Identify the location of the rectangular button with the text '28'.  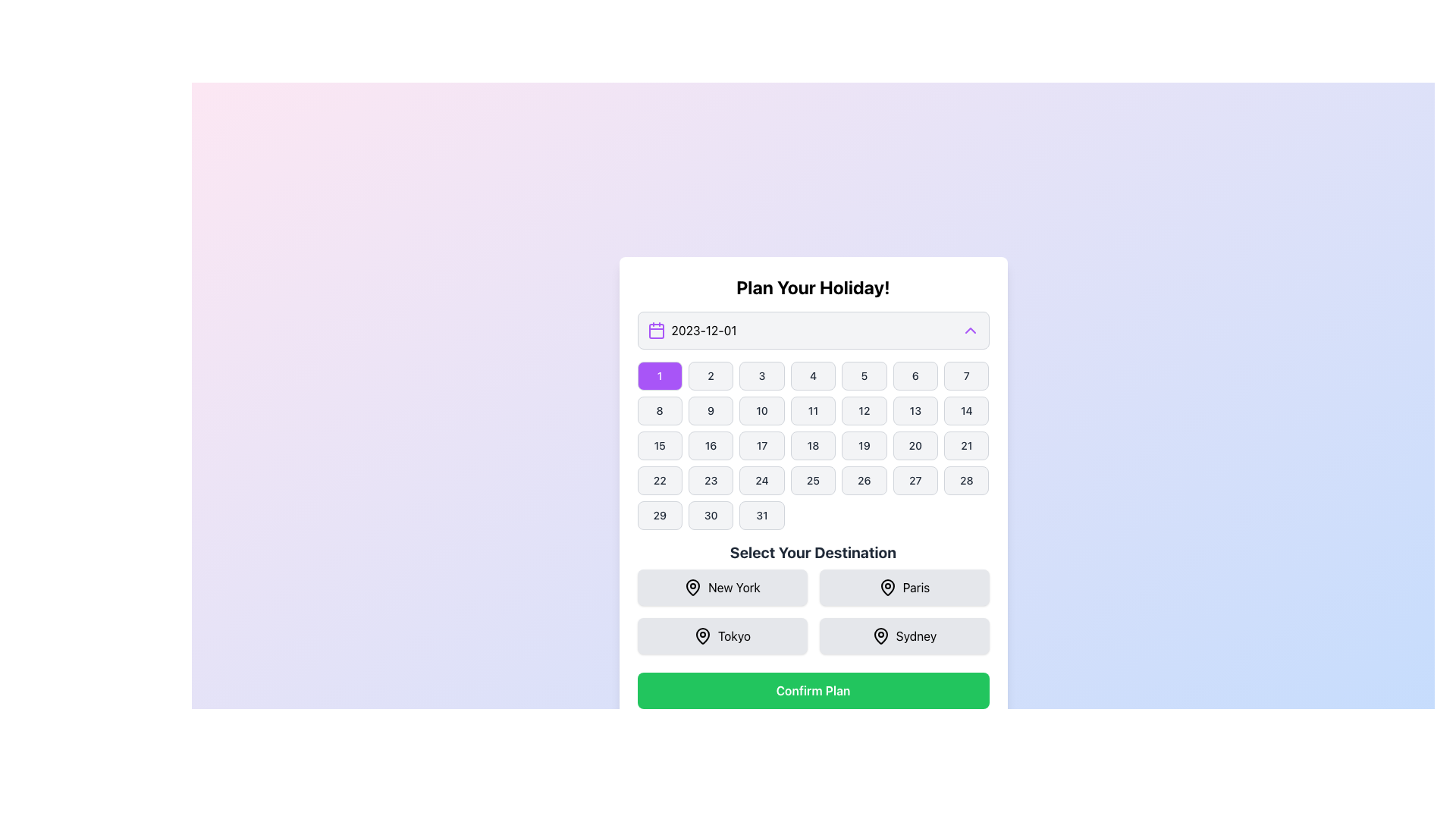
(965, 480).